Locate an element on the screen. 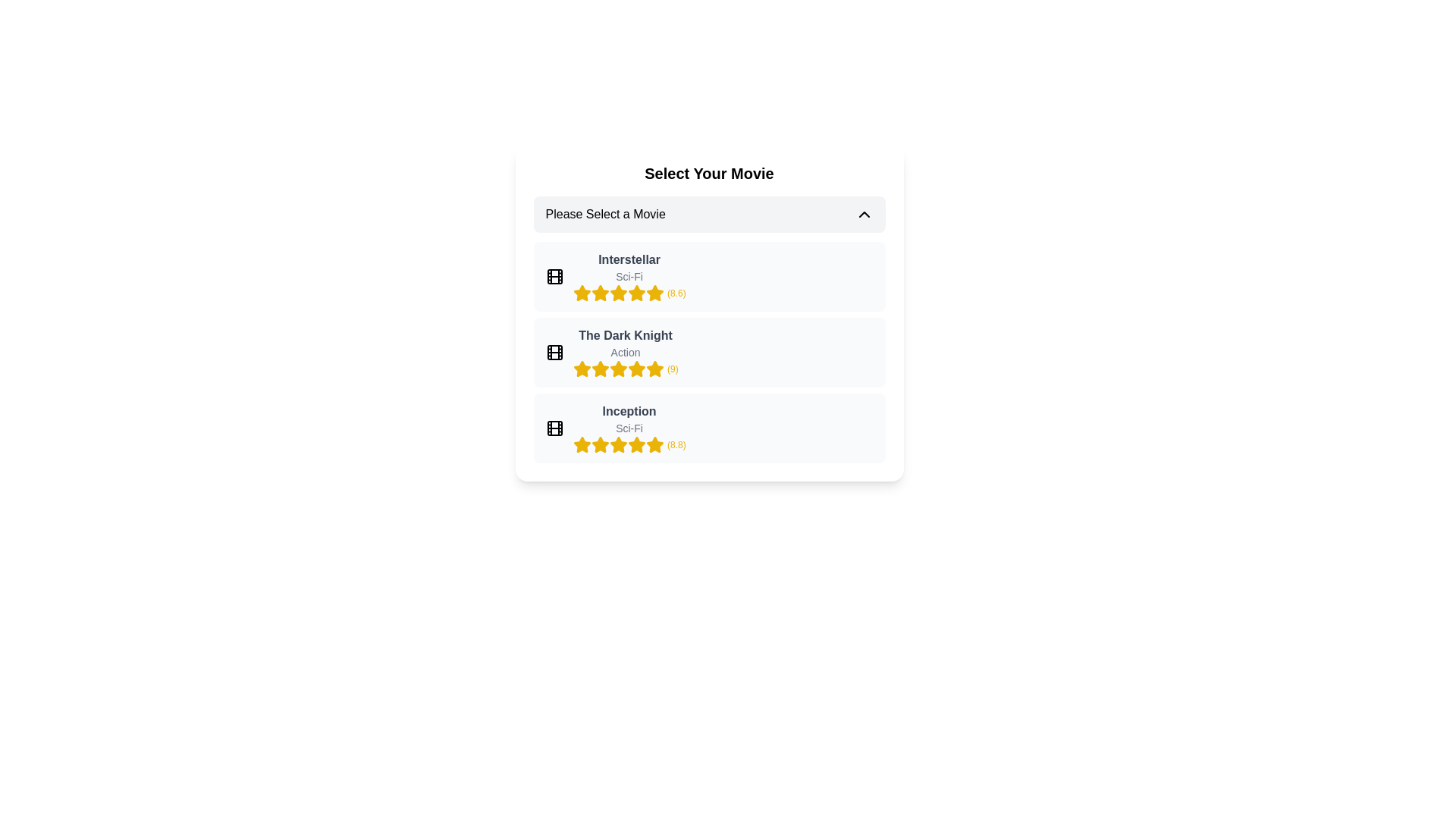  the fifth yellow star icon is located at coordinates (618, 444).